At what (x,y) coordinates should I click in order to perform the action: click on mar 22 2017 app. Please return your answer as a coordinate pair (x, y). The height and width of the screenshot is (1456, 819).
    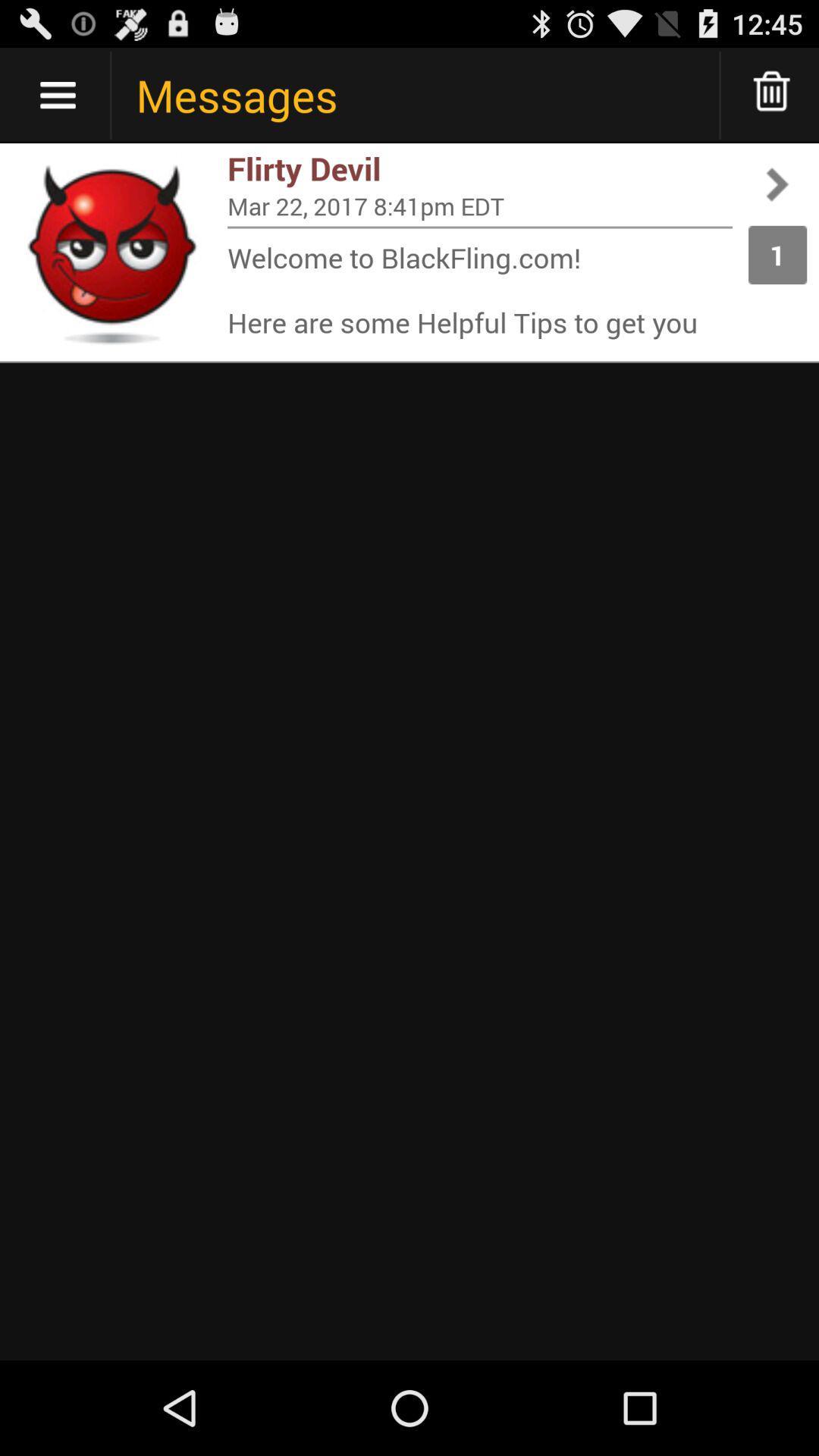
    Looking at the image, I should click on (479, 205).